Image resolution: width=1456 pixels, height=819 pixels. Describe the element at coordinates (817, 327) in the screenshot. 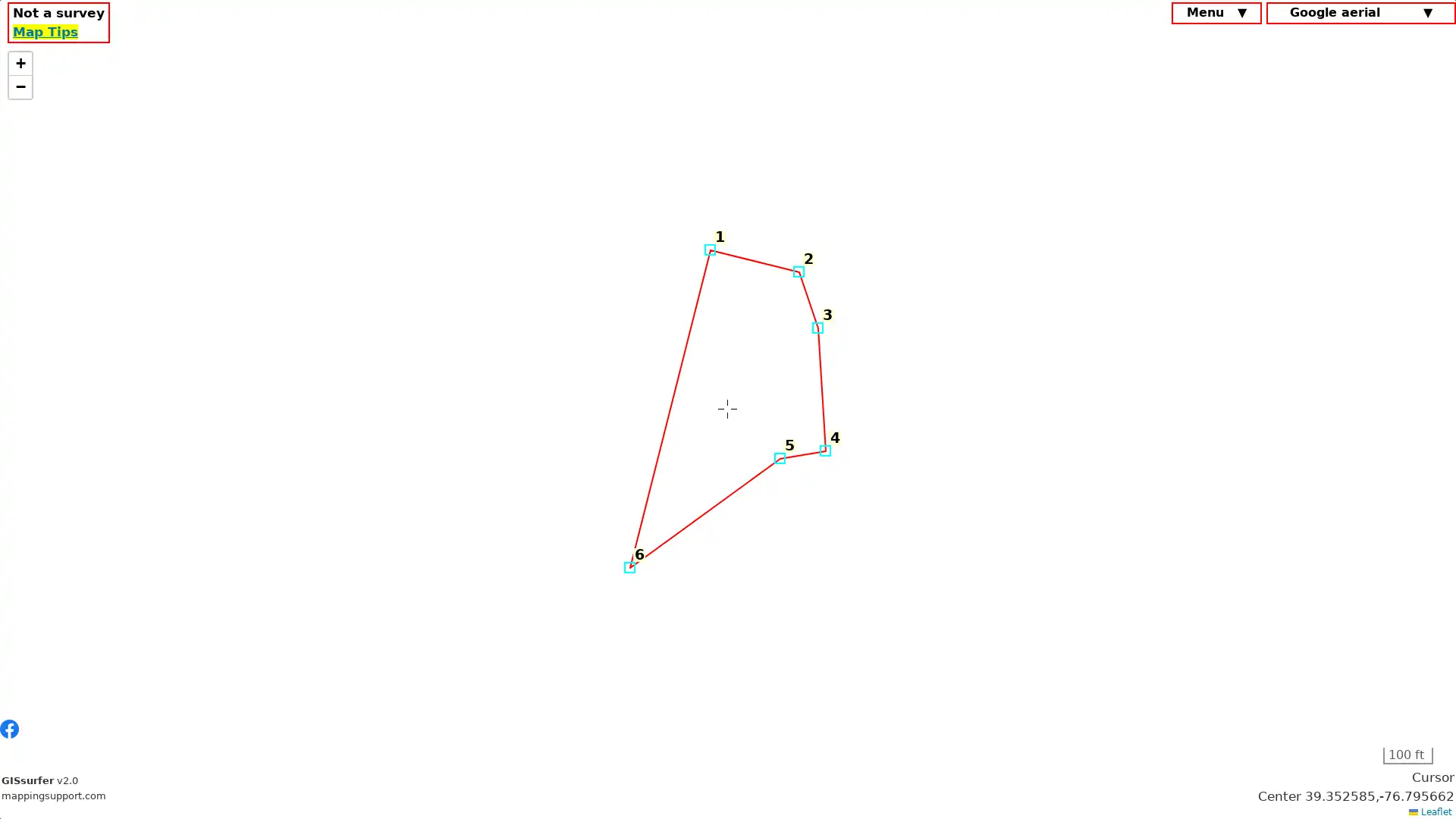

I see `Marker` at that location.